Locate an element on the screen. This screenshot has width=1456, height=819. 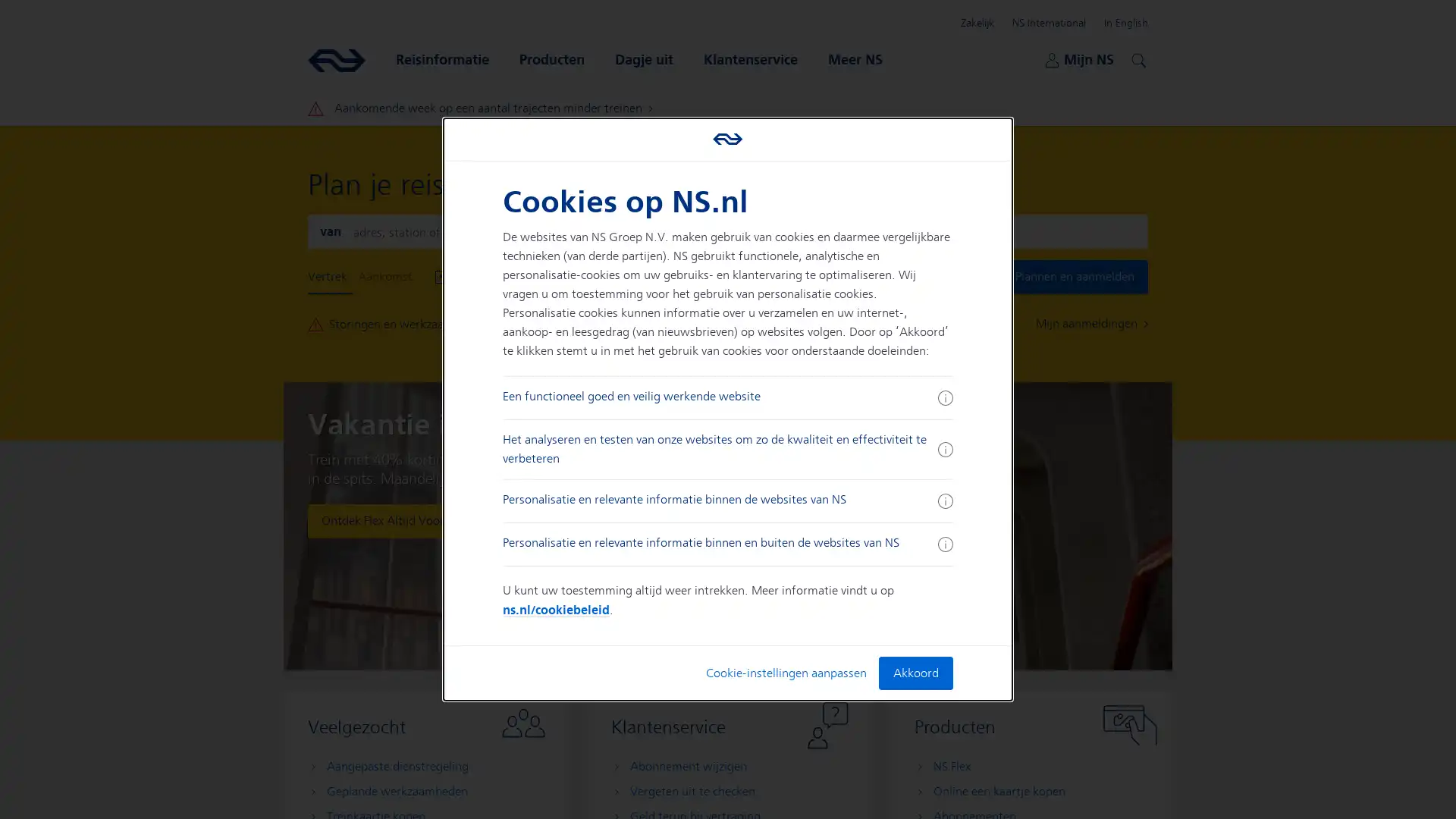
Cookie-instellingen aanpassen is located at coordinates (786, 672).